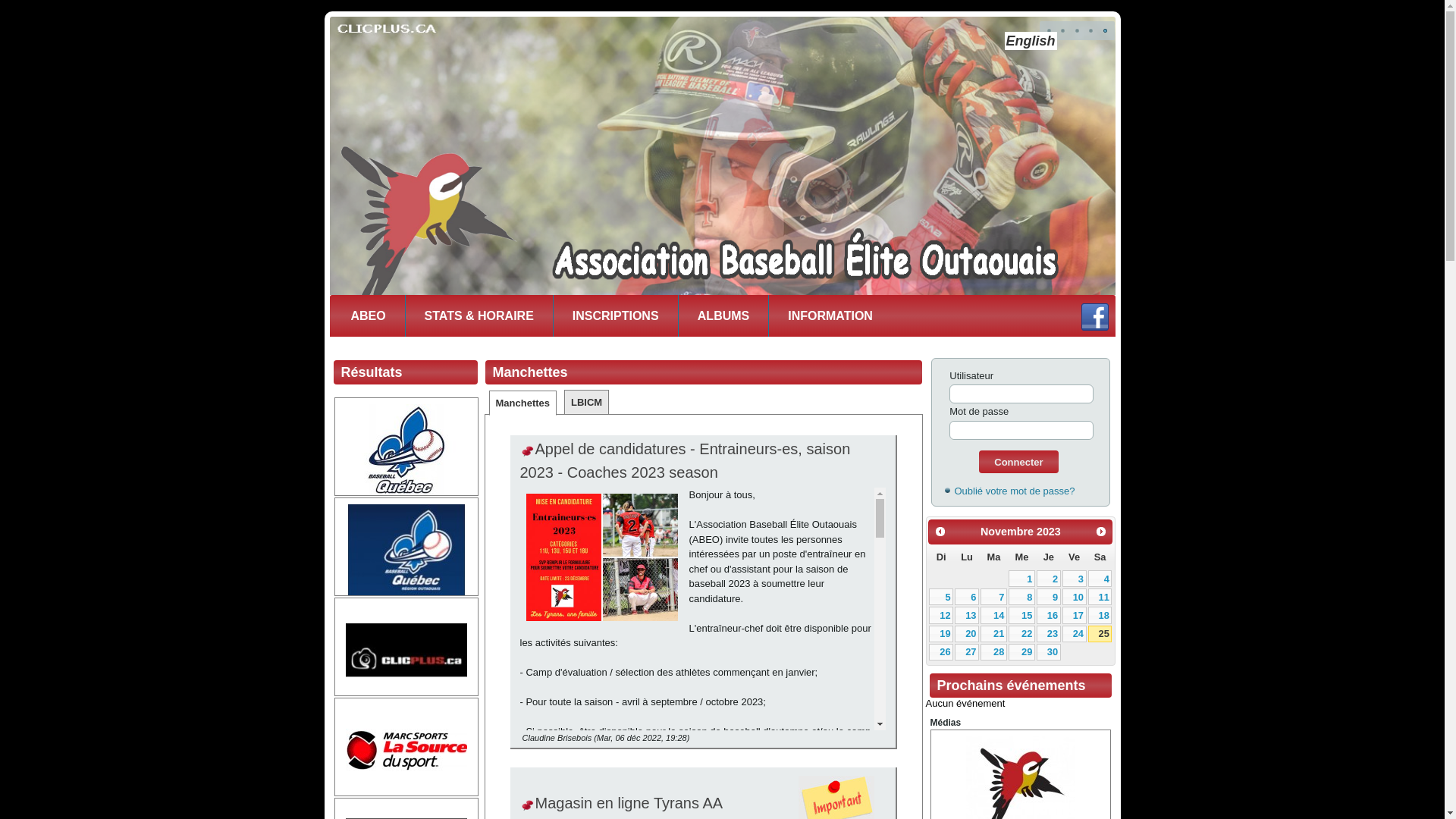 Image resolution: width=1456 pixels, height=819 pixels. Describe the element at coordinates (1008, 579) in the screenshot. I see `'1'` at that location.